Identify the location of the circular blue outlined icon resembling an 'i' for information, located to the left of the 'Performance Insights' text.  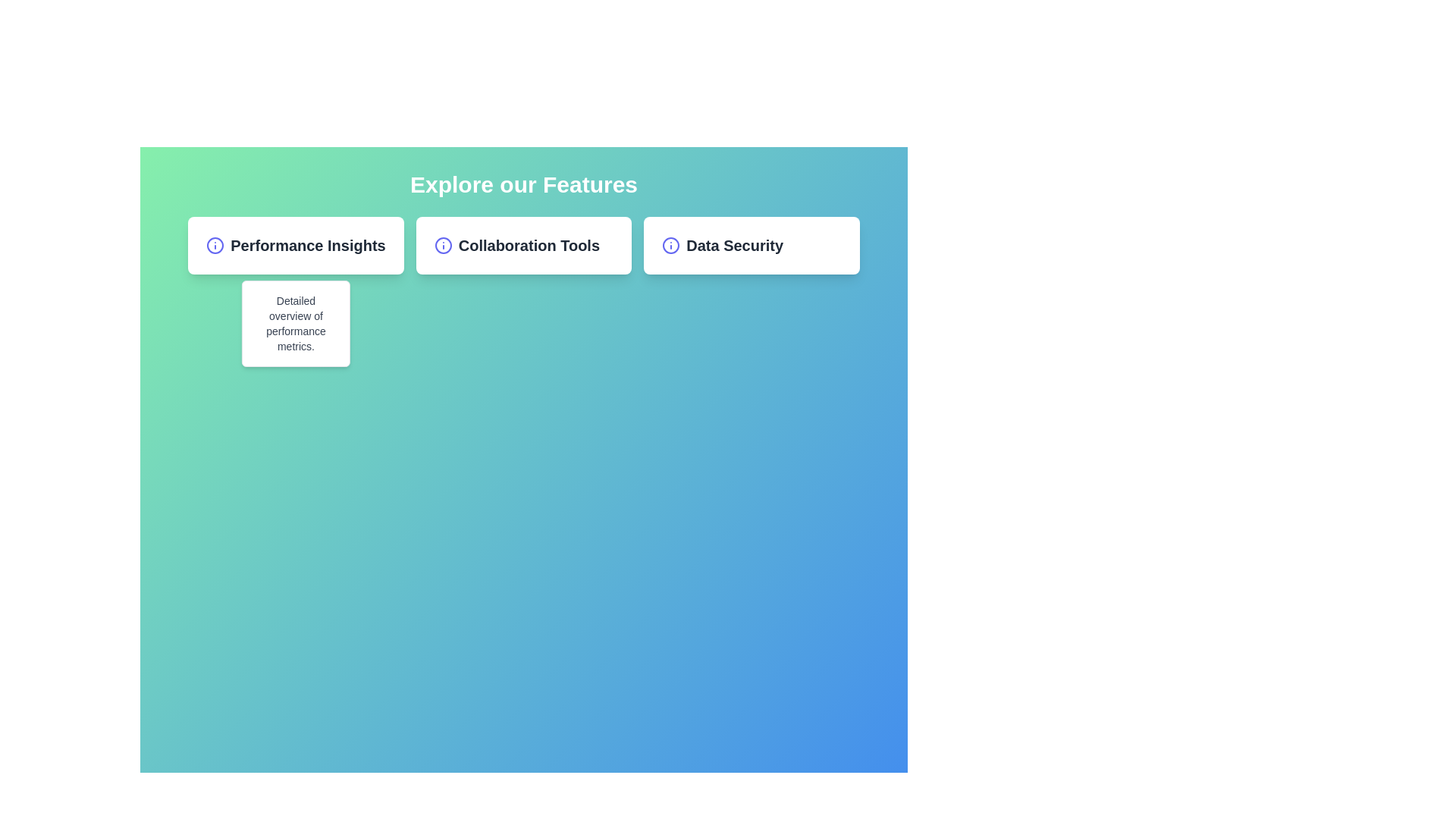
(214, 245).